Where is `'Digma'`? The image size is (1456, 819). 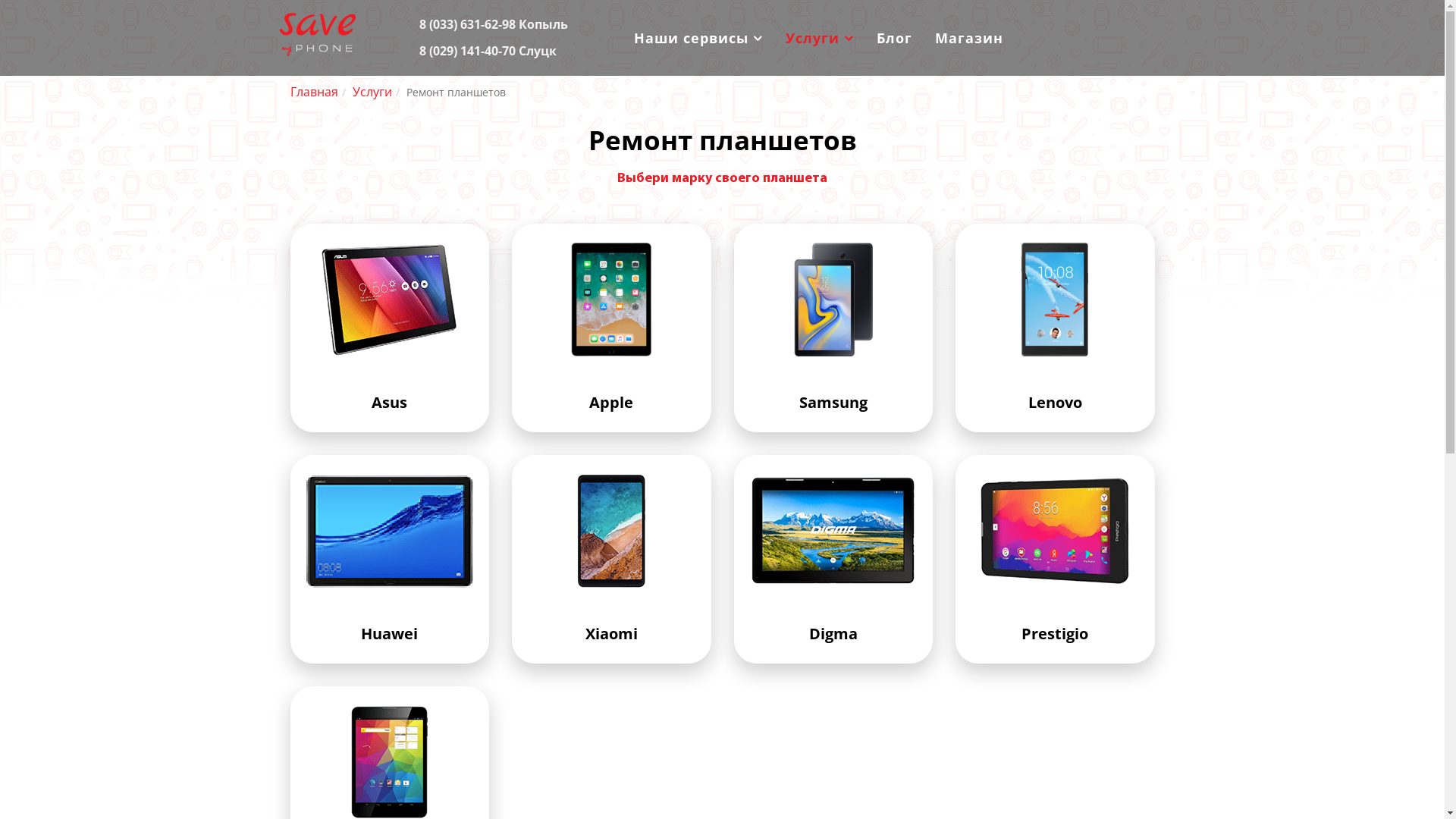
'Digma' is located at coordinates (748, 529).